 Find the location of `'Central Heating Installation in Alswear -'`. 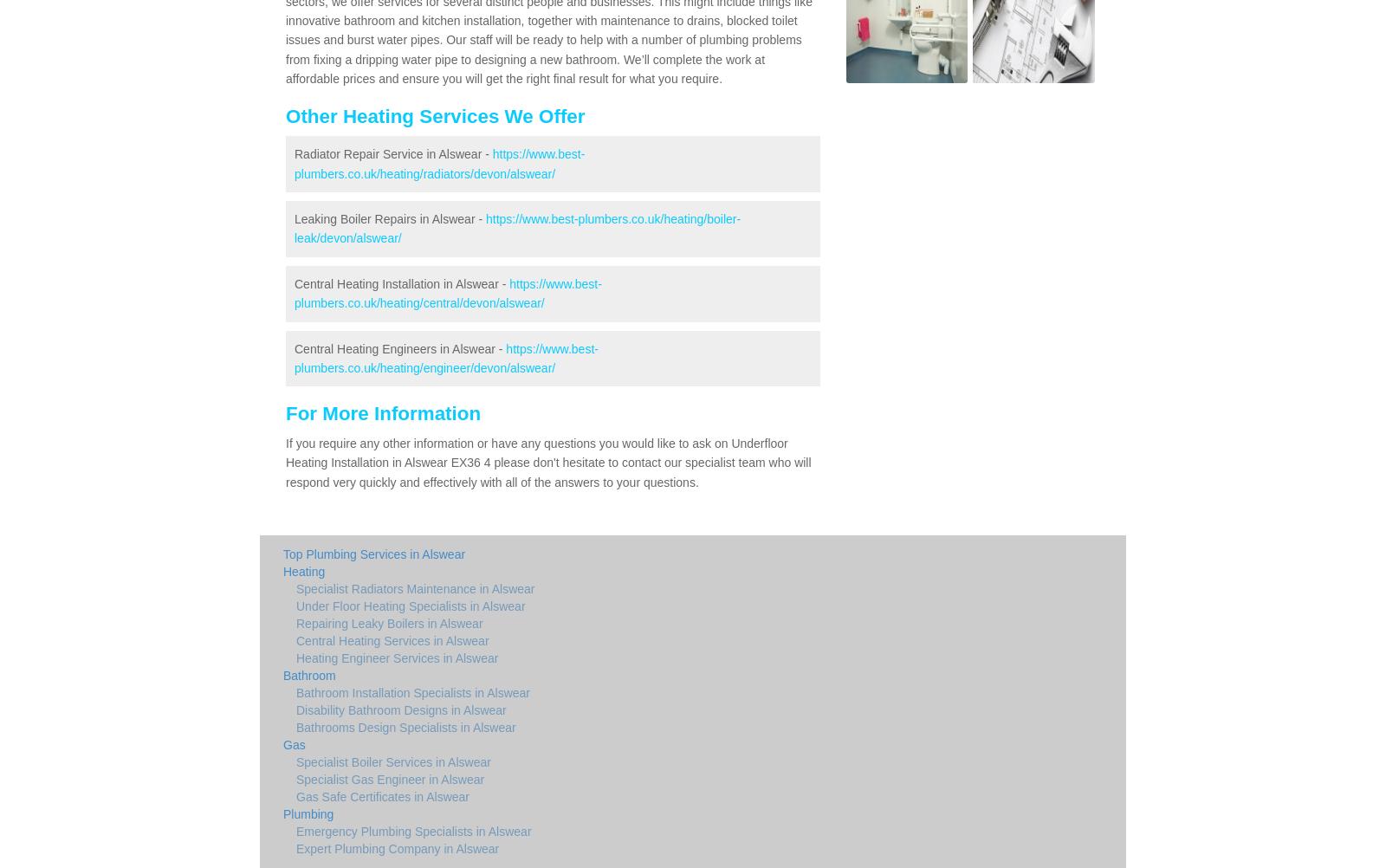

'Central Heating Installation in Alswear -' is located at coordinates (400, 282).